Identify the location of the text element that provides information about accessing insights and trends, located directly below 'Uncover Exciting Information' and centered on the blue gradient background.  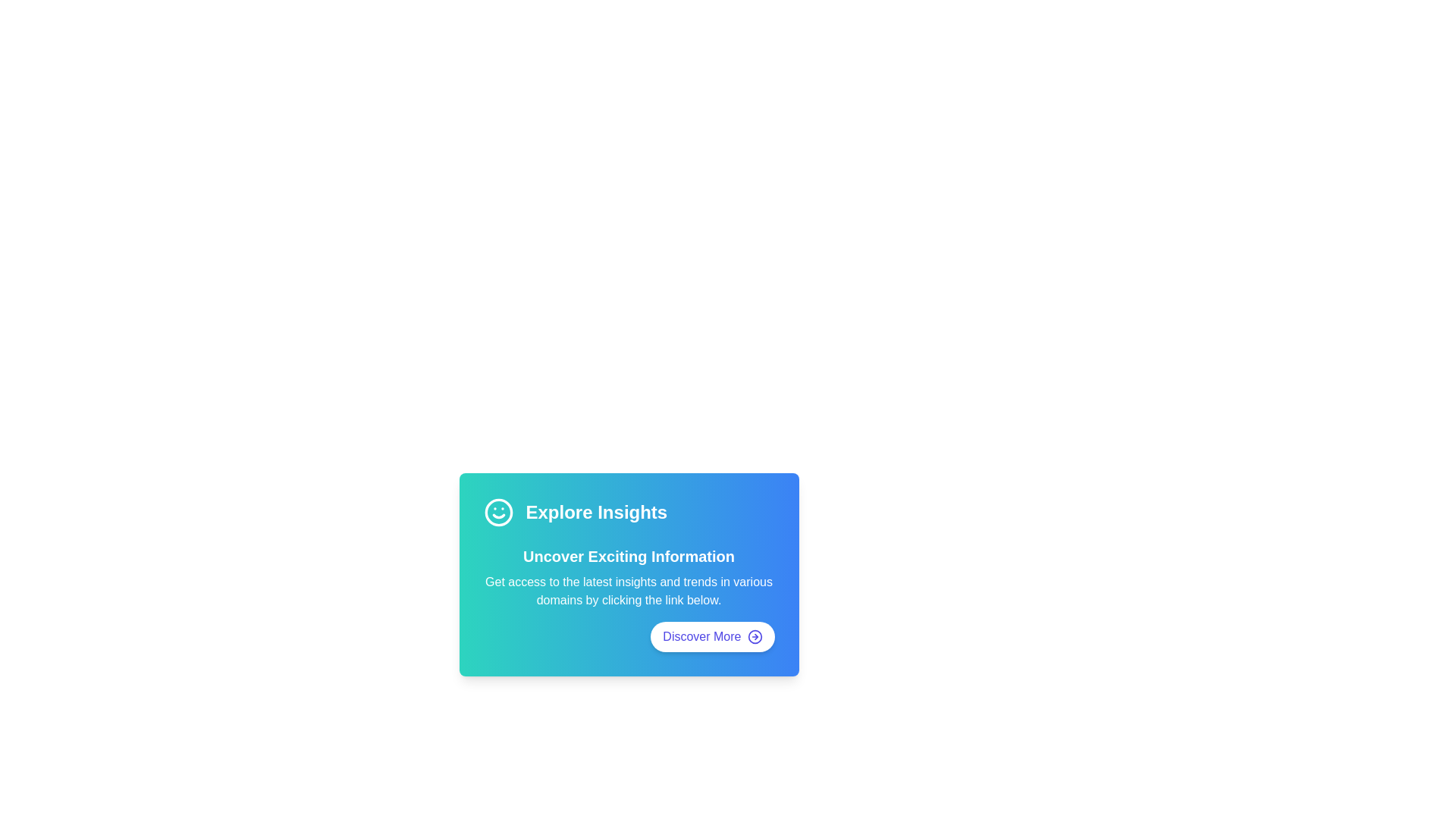
(629, 590).